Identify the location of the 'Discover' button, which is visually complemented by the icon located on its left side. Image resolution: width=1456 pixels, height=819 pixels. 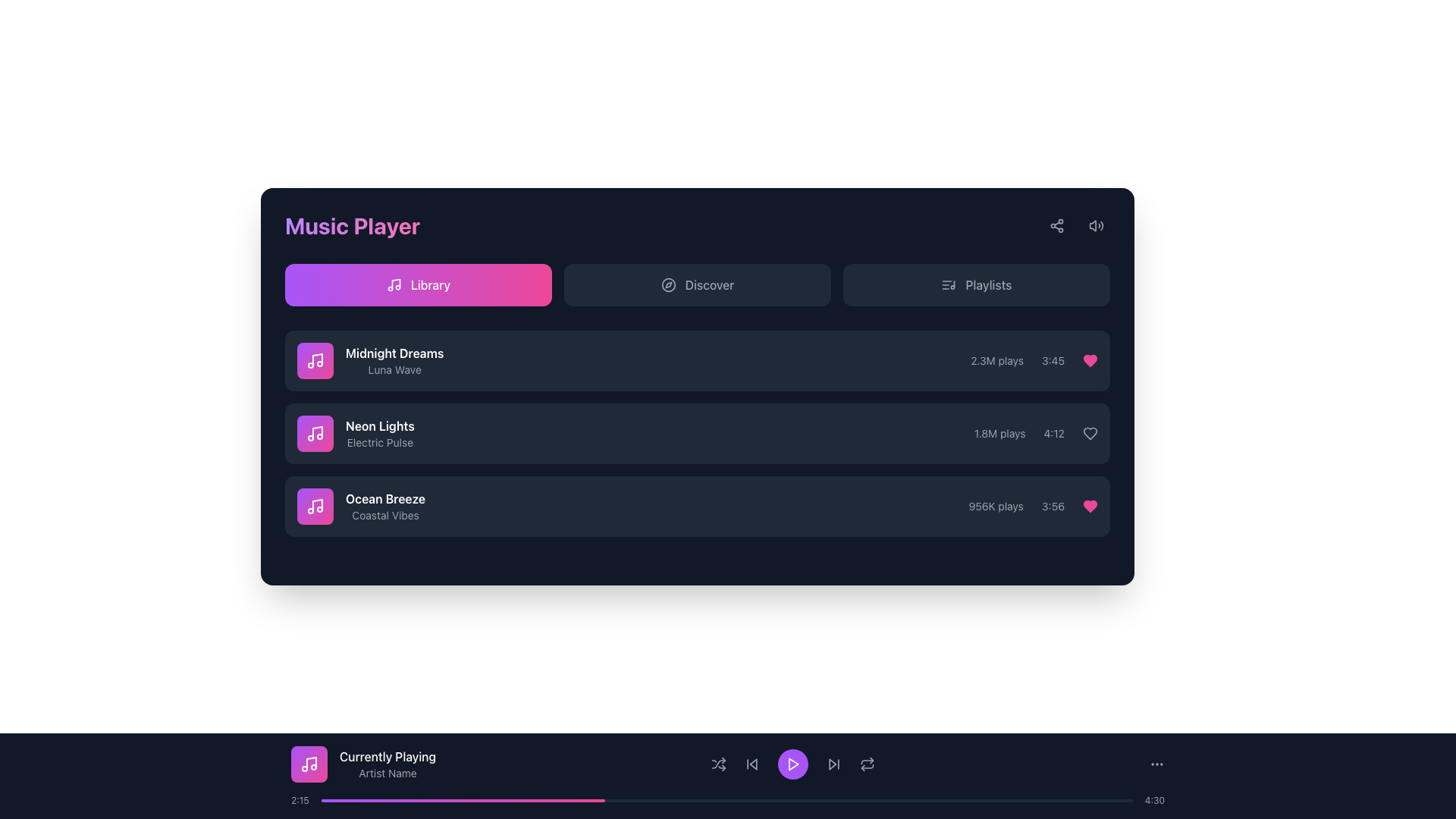
(667, 284).